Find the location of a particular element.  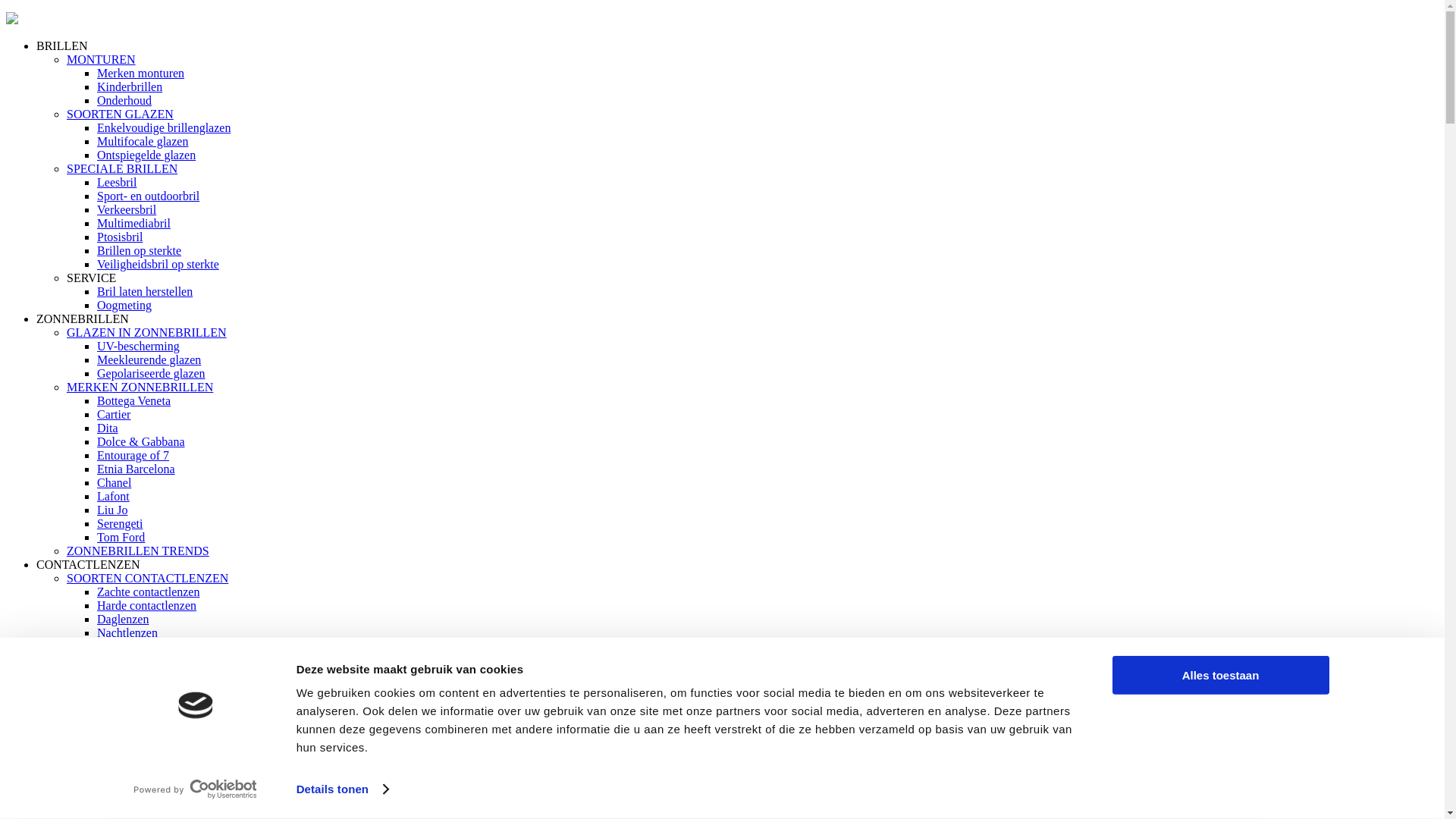

'Nachtlenzen' is located at coordinates (127, 632).